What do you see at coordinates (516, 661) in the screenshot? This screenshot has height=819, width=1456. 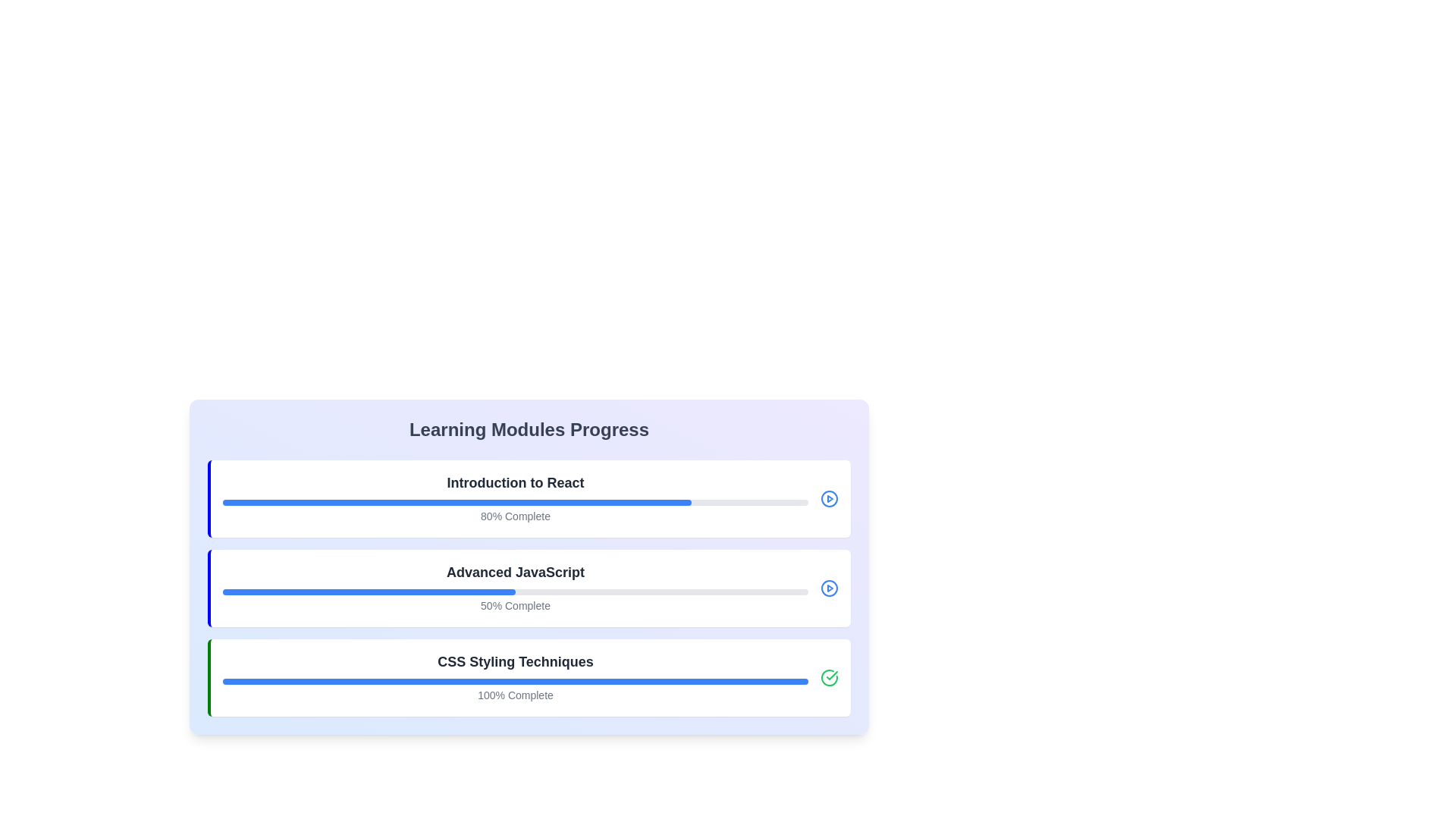 I see `the text label displaying 'CSS Styling Techniques', which is the top text component in the third module box above the progress bar` at bounding box center [516, 661].